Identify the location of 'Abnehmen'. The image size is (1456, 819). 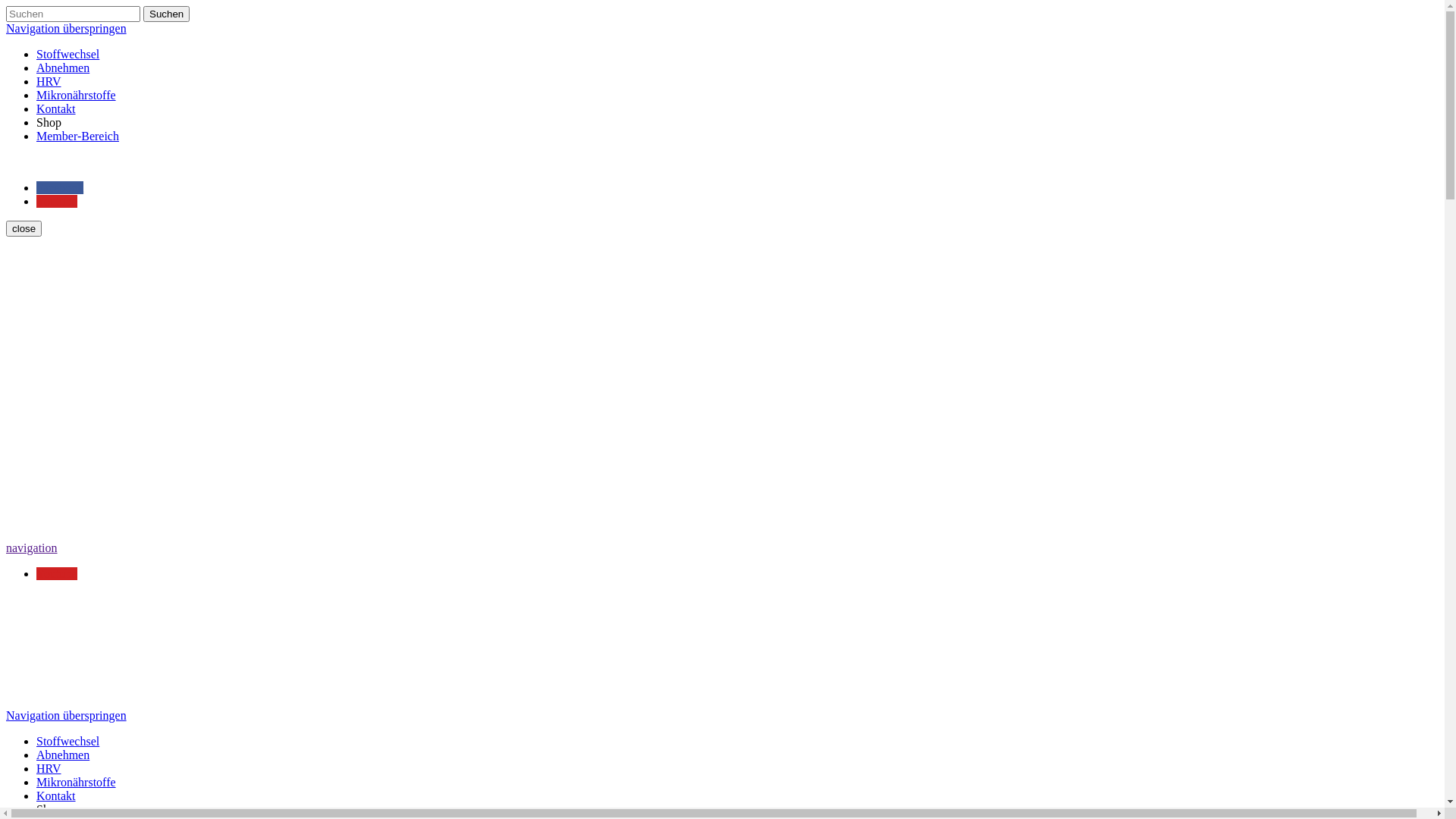
(61, 755).